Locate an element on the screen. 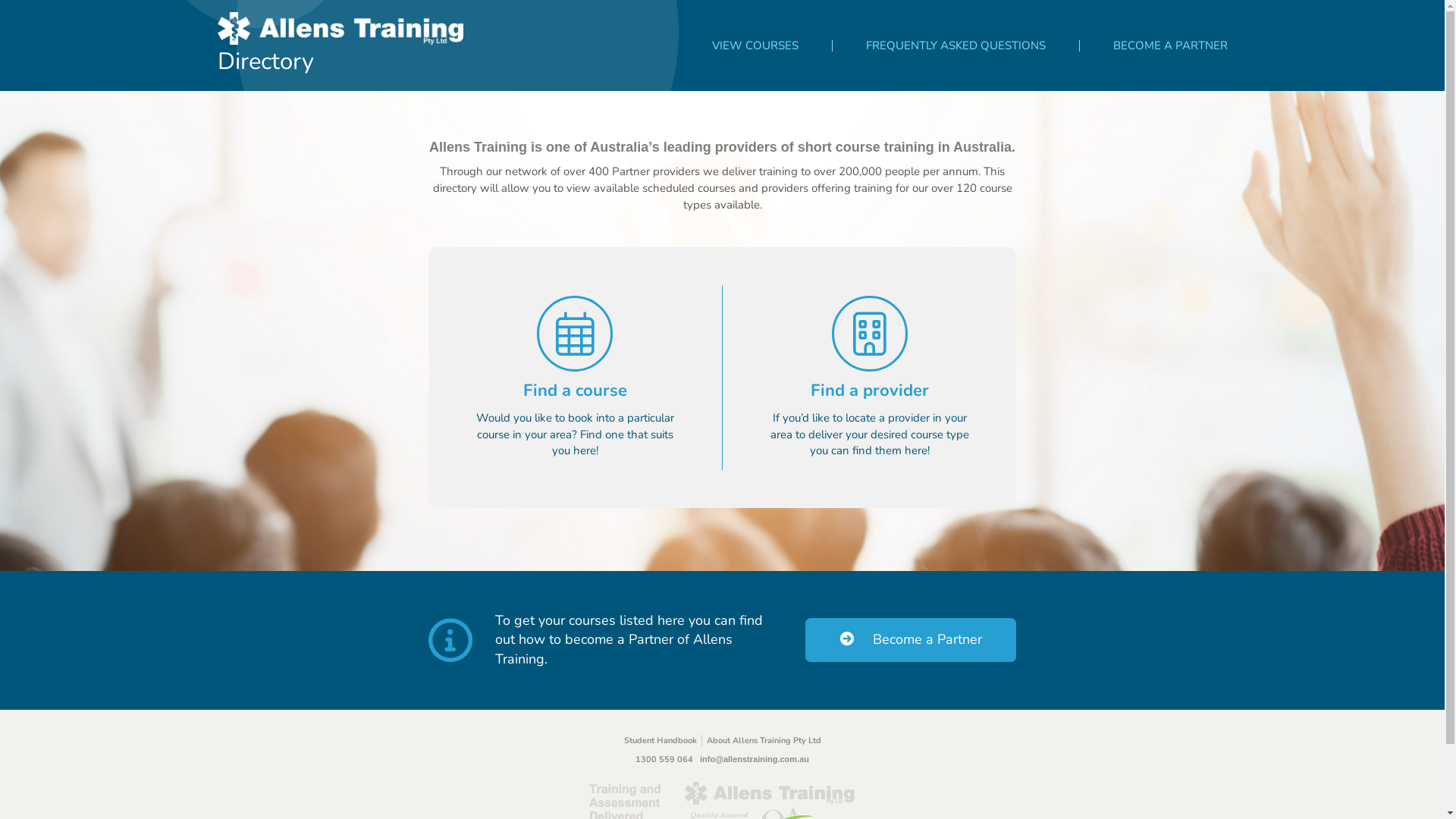 This screenshot has width=1456, height=819. 'FREQUENTLY ASKED QUESTIONS' is located at coordinates (955, 45).